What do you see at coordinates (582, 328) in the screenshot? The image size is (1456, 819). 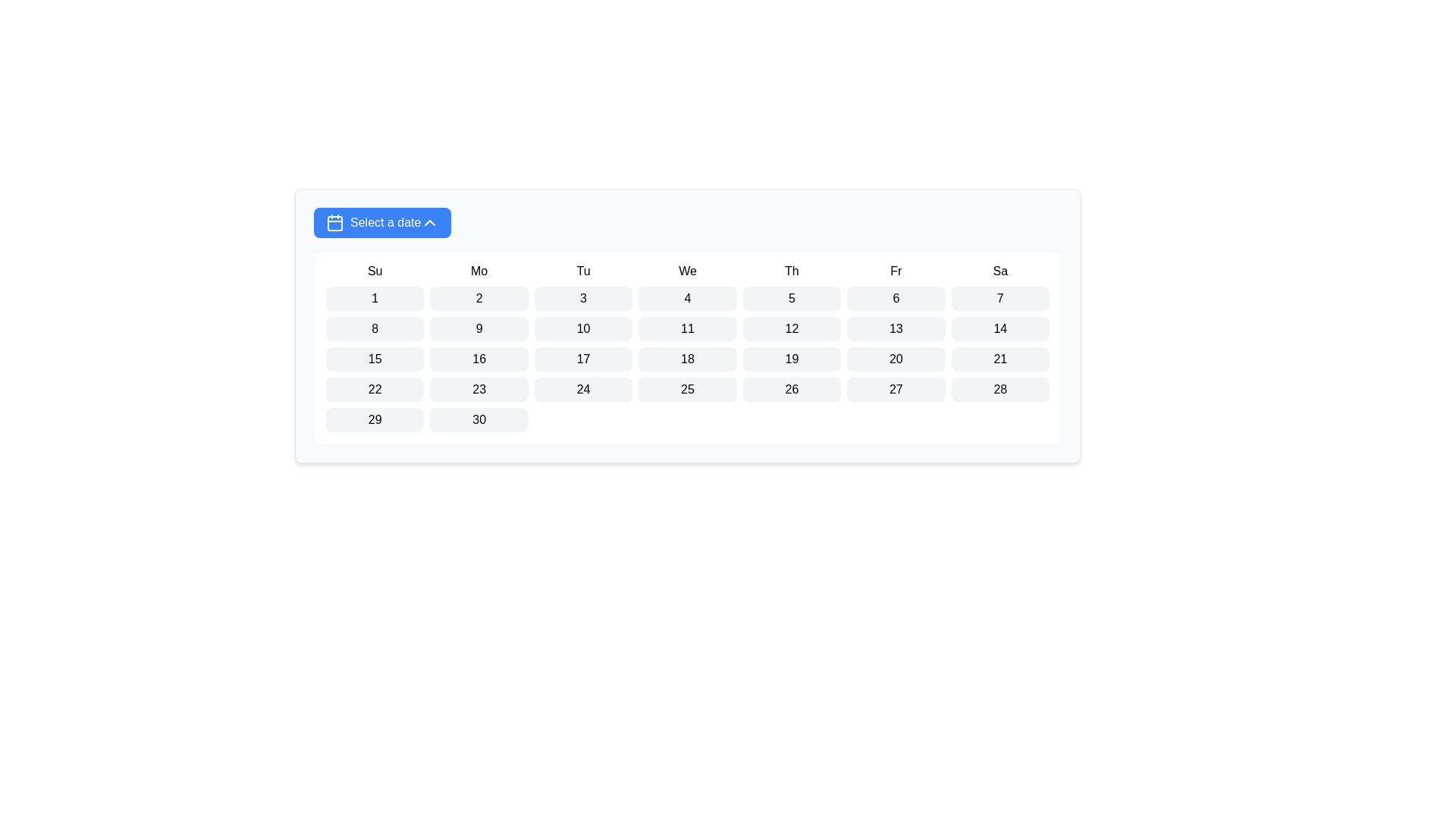 I see `the selectable date button for the 10th of the month in the calendar interface` at bounding box center [582, 328].